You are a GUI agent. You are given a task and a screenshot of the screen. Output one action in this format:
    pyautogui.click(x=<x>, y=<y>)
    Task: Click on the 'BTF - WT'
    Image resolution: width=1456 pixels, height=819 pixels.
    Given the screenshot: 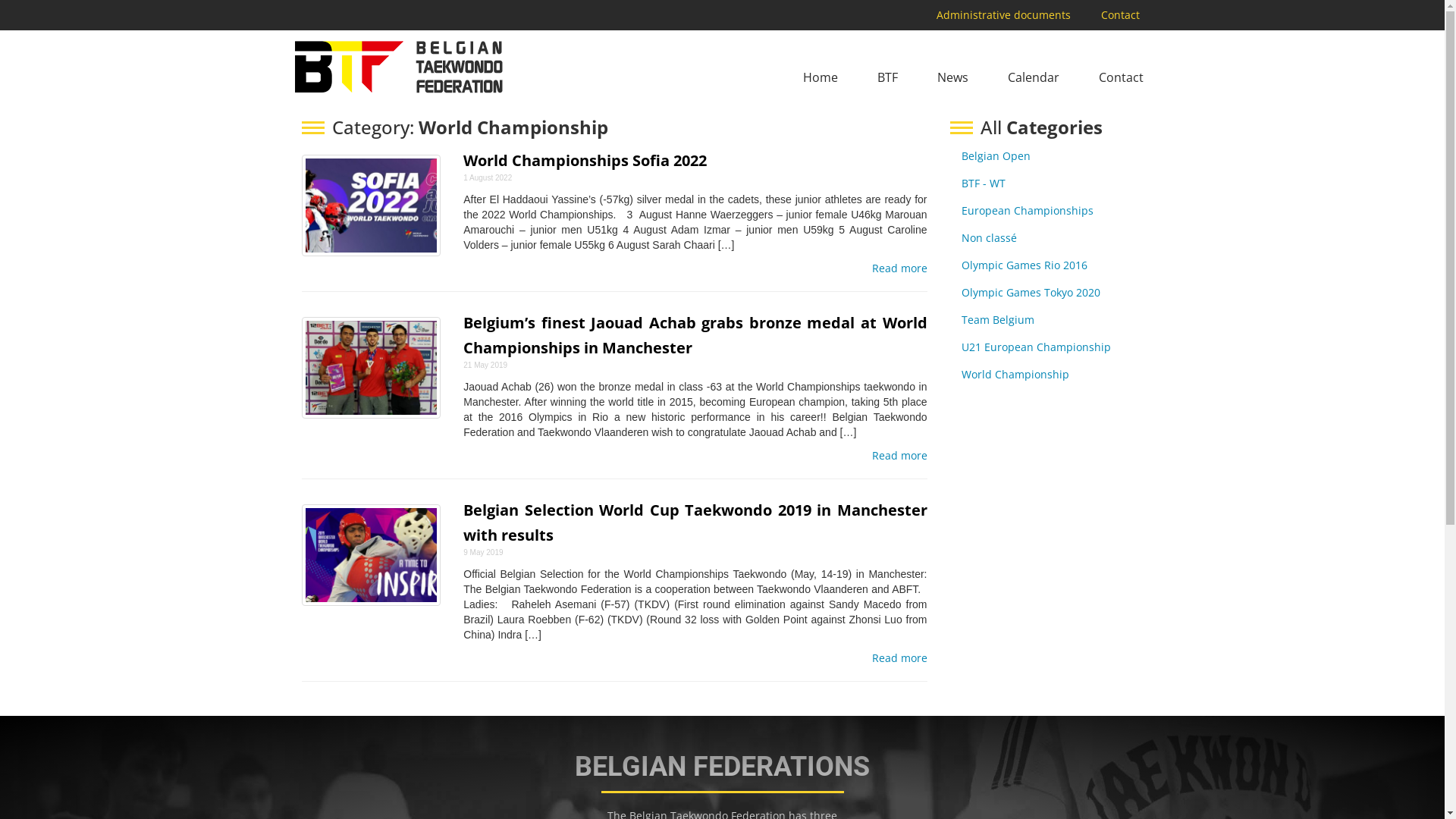 What is the action you would take?
    pyautogui.click(x=983, y=182)
    